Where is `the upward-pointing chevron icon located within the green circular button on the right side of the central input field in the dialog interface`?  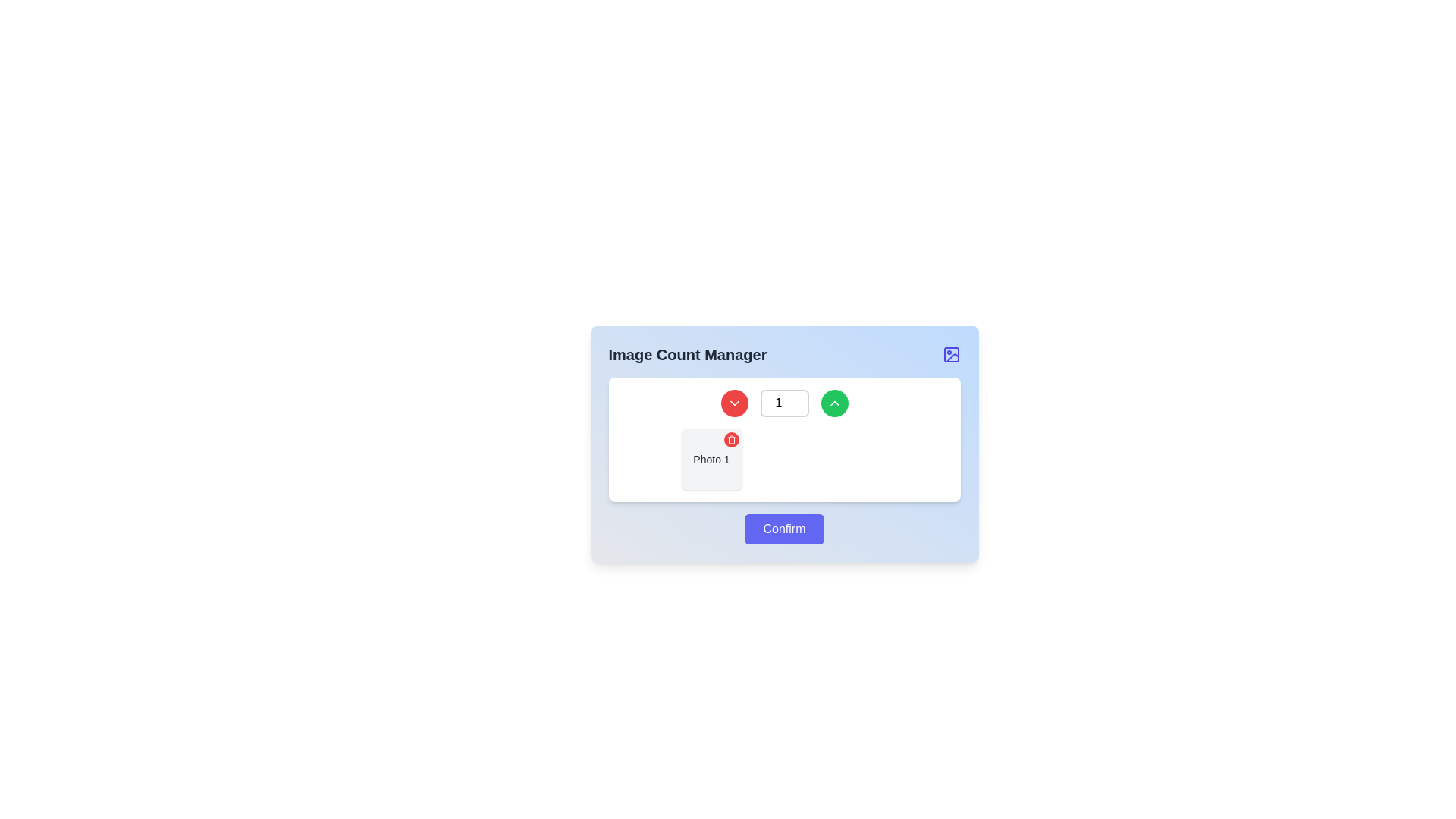 the upward-pointing chevron icon located within the green circular button on the right side of the central input field in the dialog interface is located at coordinates (833, 403).